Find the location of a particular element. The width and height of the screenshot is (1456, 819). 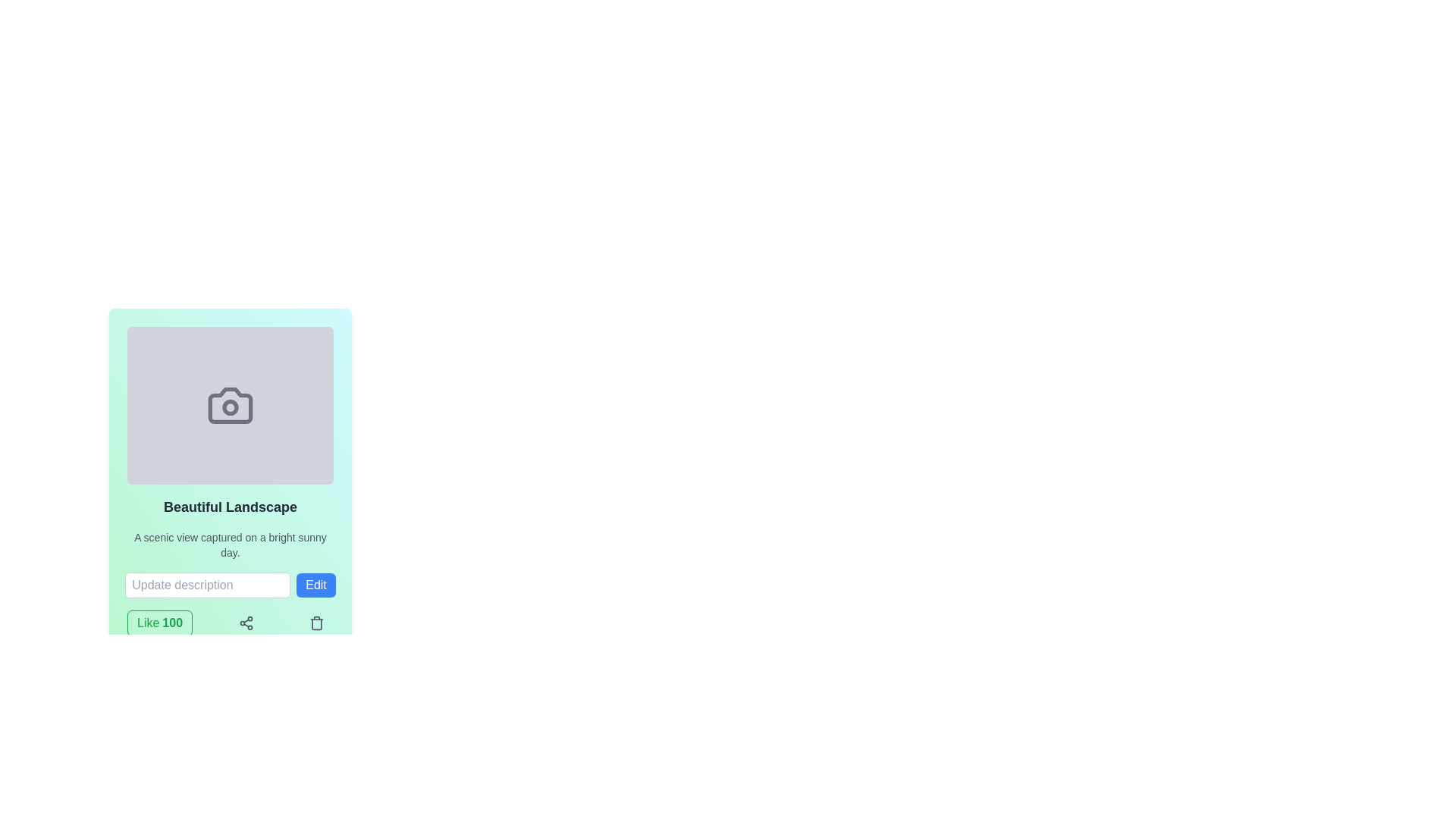

the submit button located to the right of the text input field is located at coordinates (315, 584).